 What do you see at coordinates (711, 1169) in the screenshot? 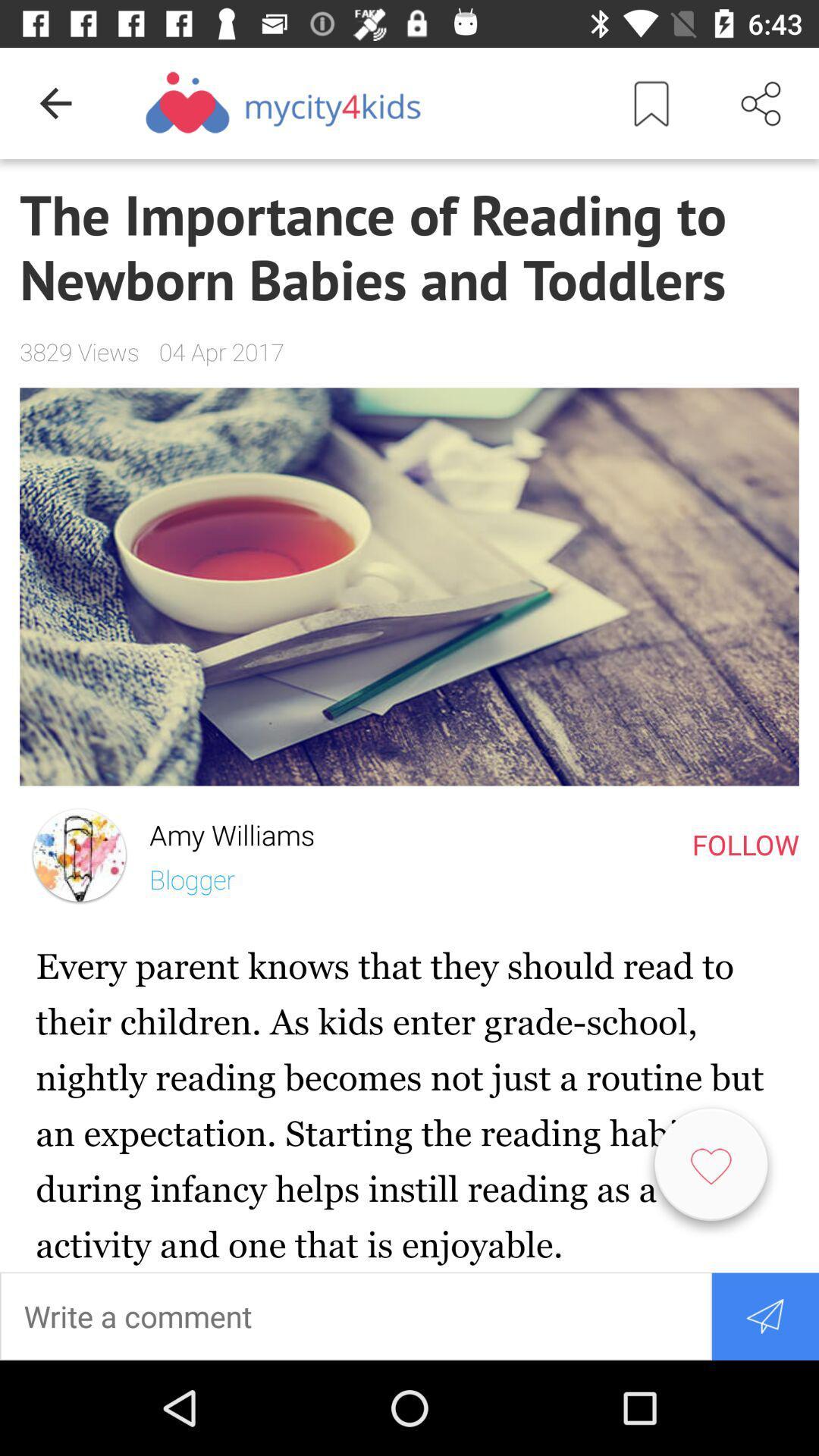
I see `the item below the follow icon` at bounding box center [711, 1169].